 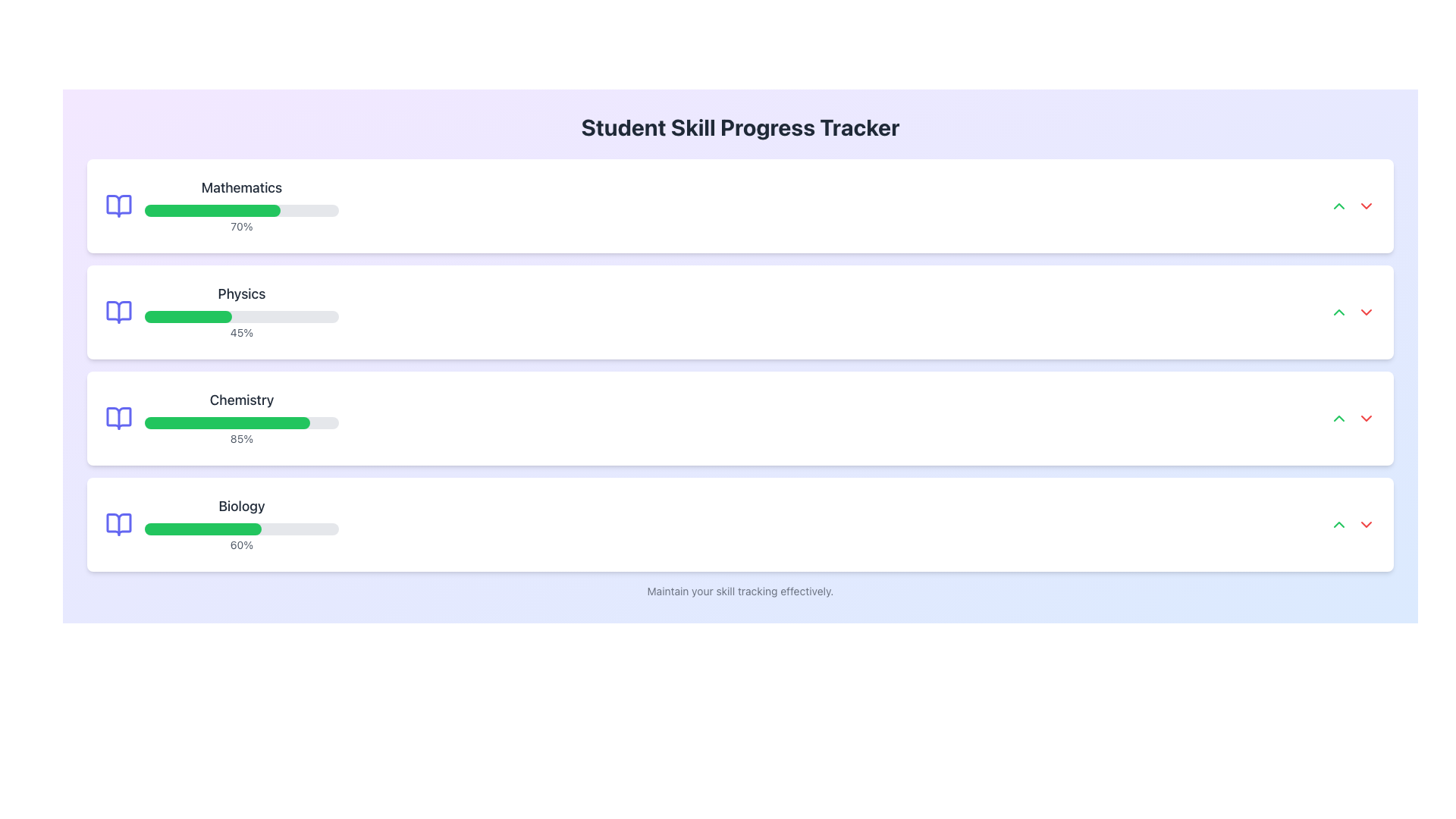 What do you see at coordinates (118, 418) in the screenshot?
I see `the first icon in the row associated with the 'Chemistry' skill tracker section` at bounding box center [118, 418].